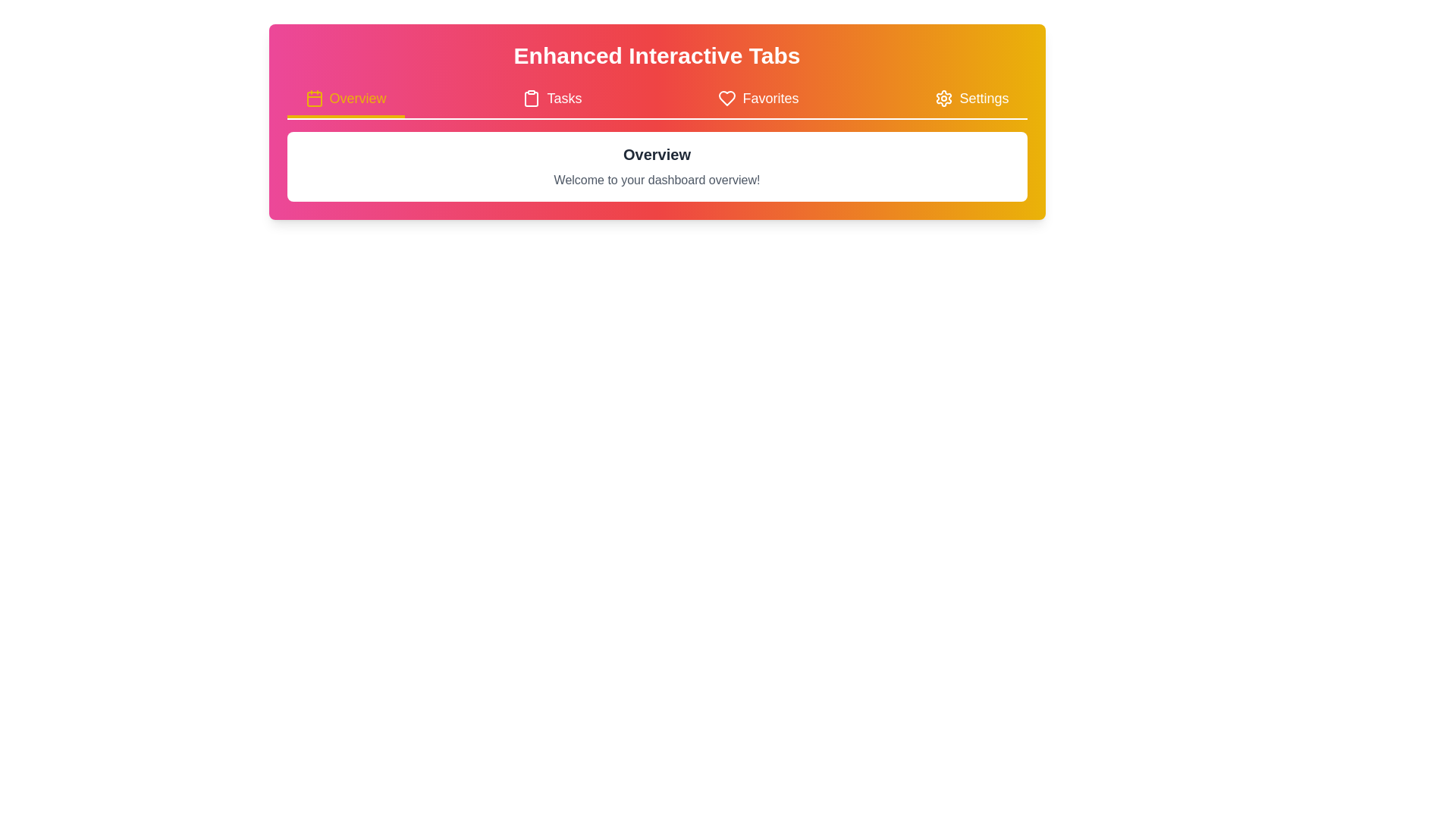  Describe the element at coordinates (313, 99) in the screenshot. I see `the 'Overview' tab icon located in the horizontal navigation bar, which indicates functionality related to a dashboard or general summary view` at that location.